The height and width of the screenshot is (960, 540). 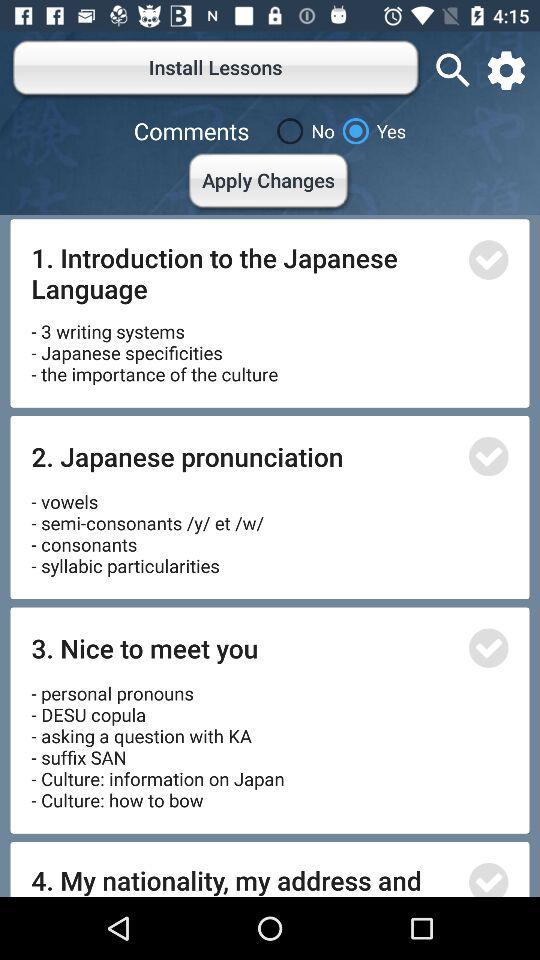 What do you see at coordinates (269, 183) in the screenshot?
I see `the item below the no` at bounding box center [269, 183].